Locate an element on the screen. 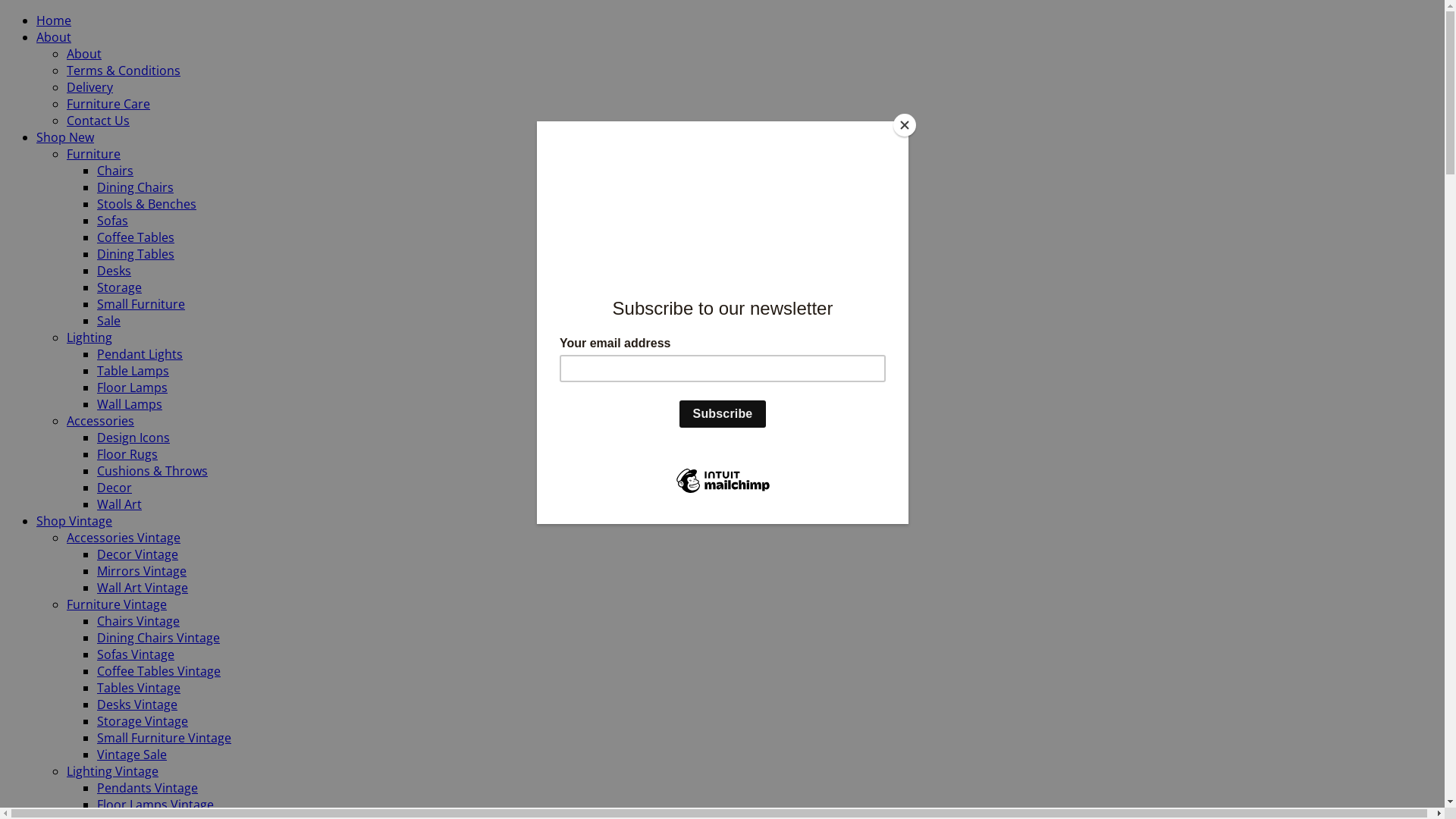 The height and width of the screenshot is (819, 1456). 'Vintage Sale' is located at coordinates (96, 755).